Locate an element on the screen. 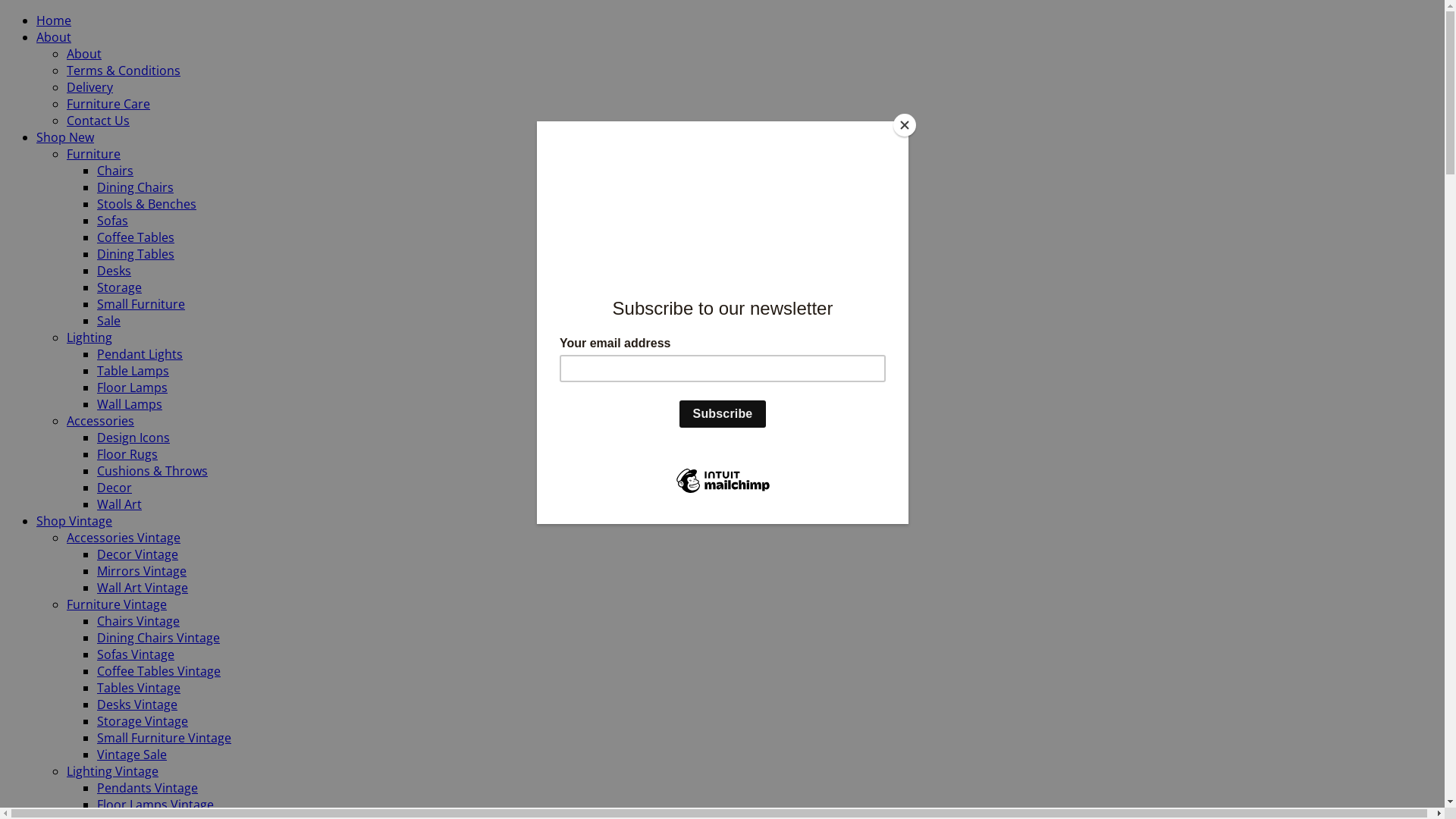 The height and width of the screenshot is (819, 1456). 'Vintage Sale' is located at coordinates (96, 755).